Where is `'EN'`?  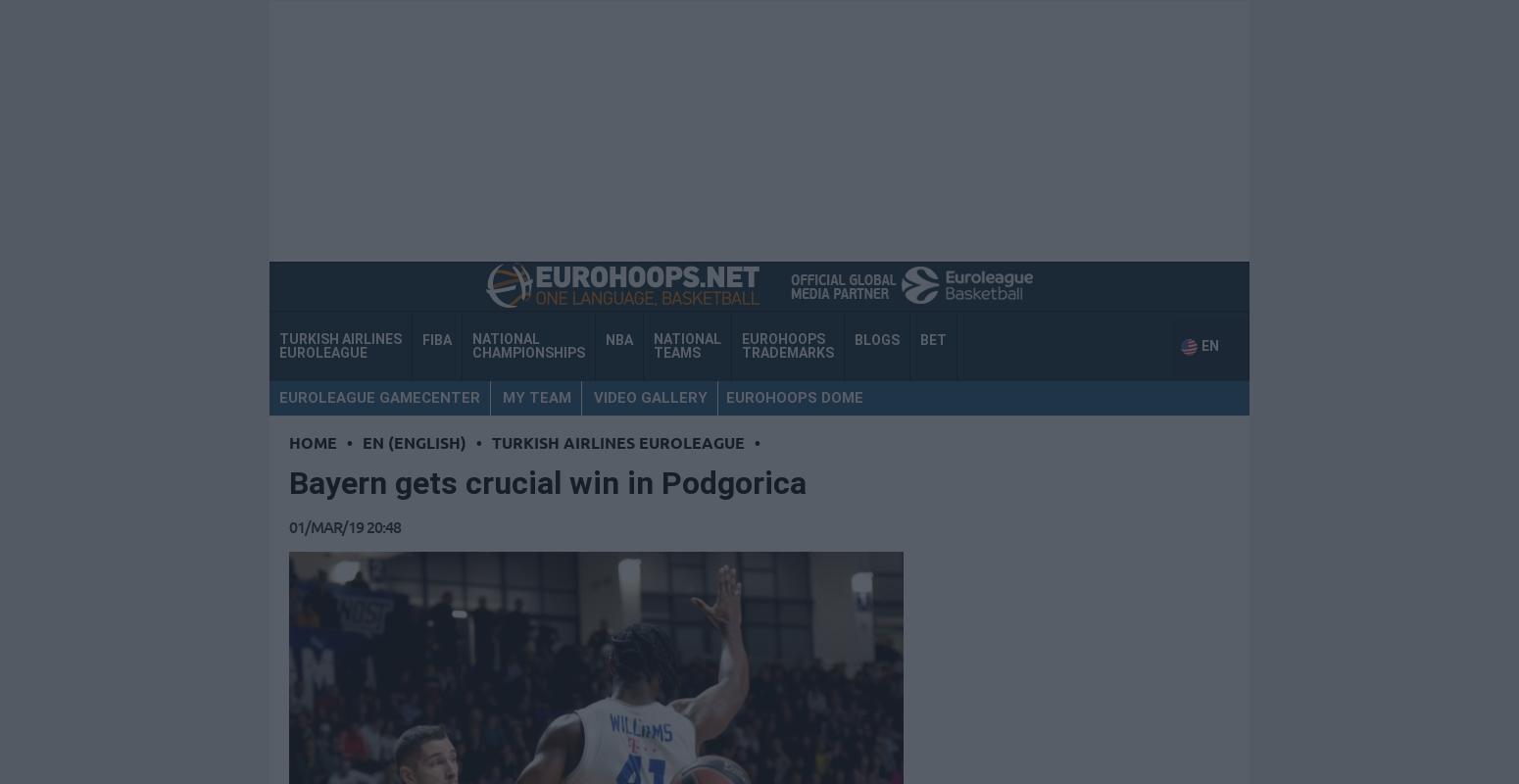 'EN' is located at coordinates (1212, 438).